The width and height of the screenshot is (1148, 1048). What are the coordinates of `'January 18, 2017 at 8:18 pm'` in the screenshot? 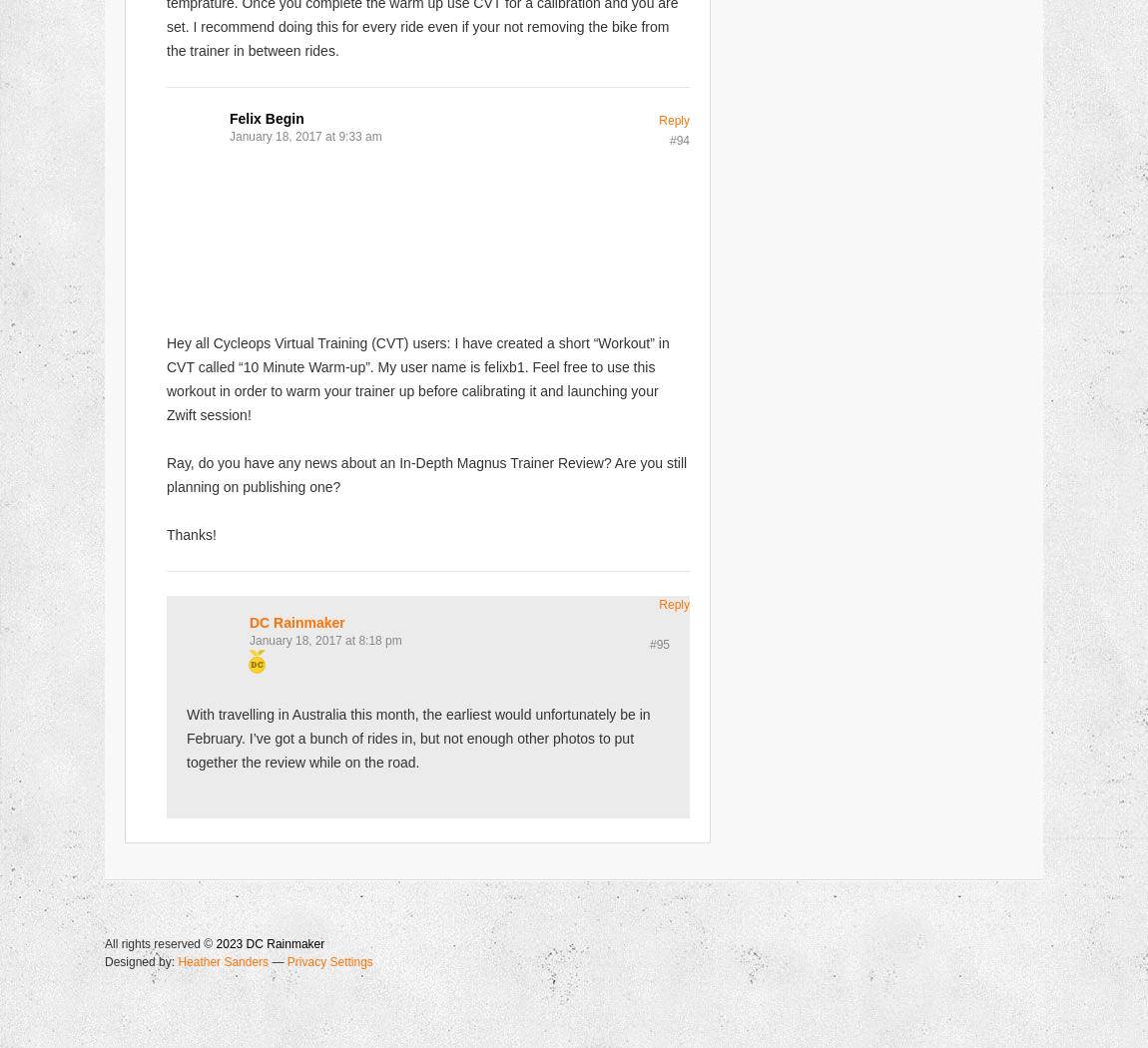 It's located at (249, 639).